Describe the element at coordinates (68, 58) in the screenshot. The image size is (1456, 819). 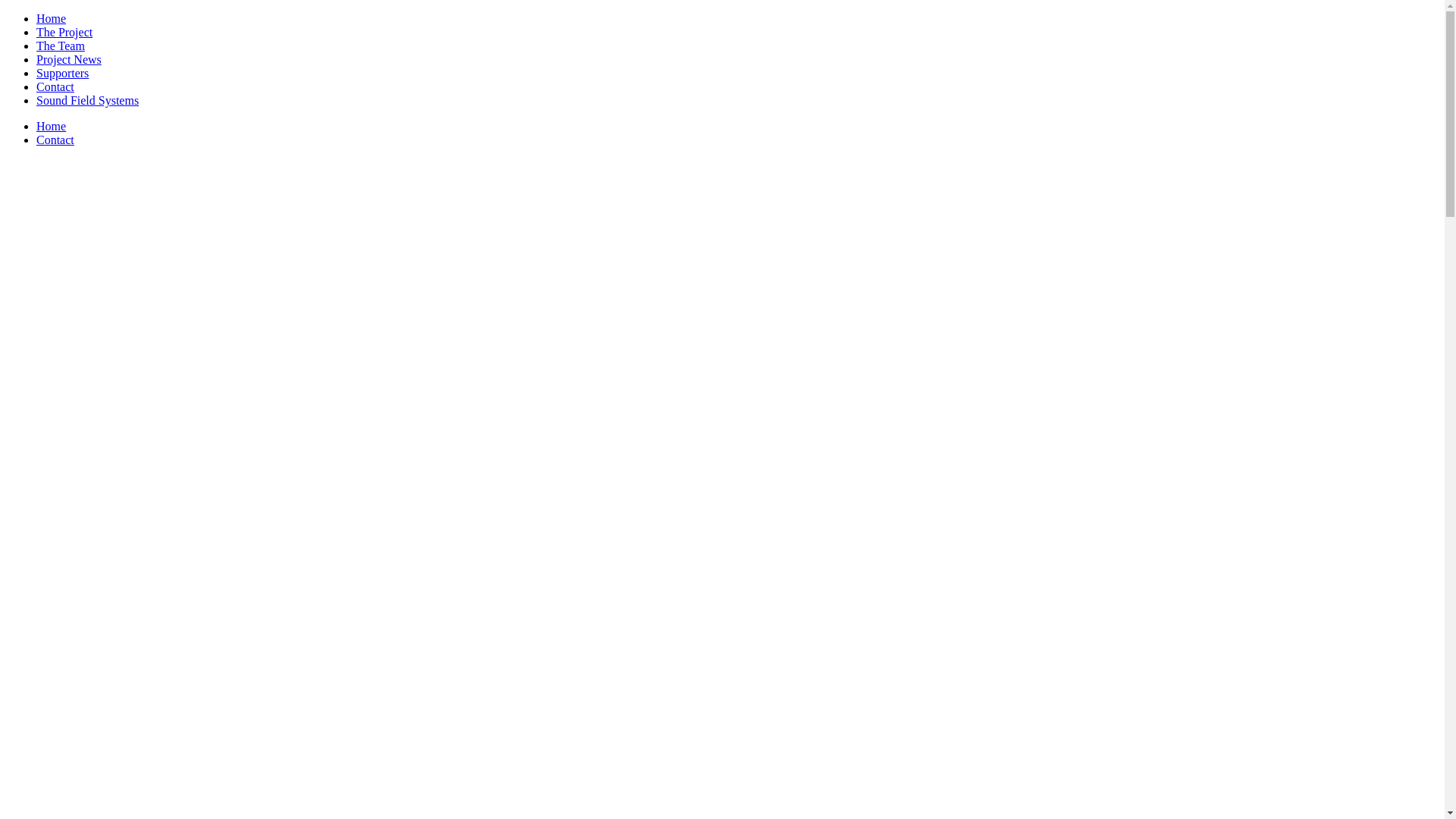
I see `'Project News'` at that location.